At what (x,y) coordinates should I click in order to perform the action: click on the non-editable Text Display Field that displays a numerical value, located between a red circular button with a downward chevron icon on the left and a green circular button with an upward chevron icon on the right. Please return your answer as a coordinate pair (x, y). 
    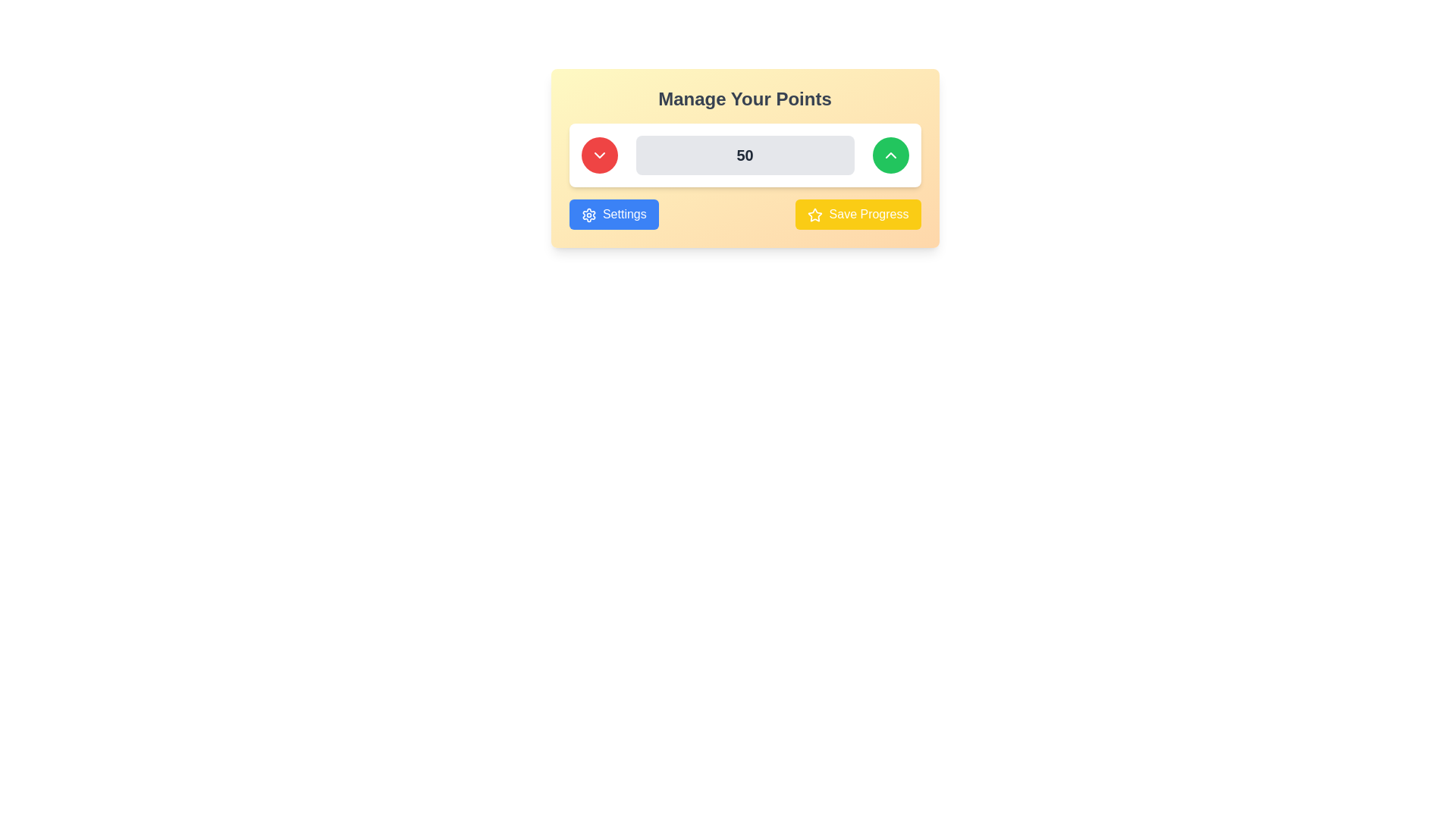
    Looking at the image, I should click on (745, 155).